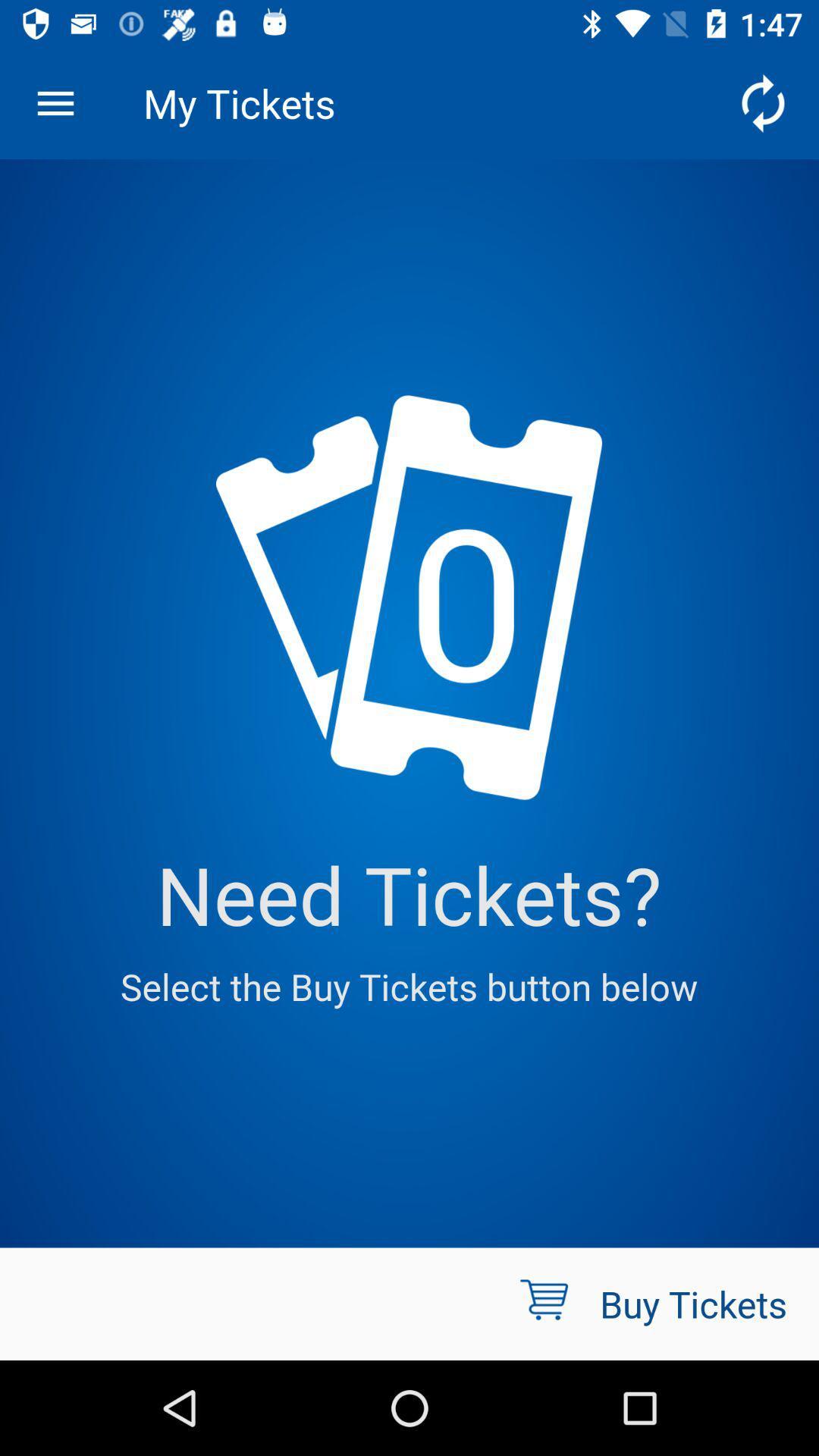 This screenshot has height=1456, width=819. What do you see at coordinates (763, 102) in the screenshot?
I see `the icon at the top right corner` at bounding box center [763, 102].